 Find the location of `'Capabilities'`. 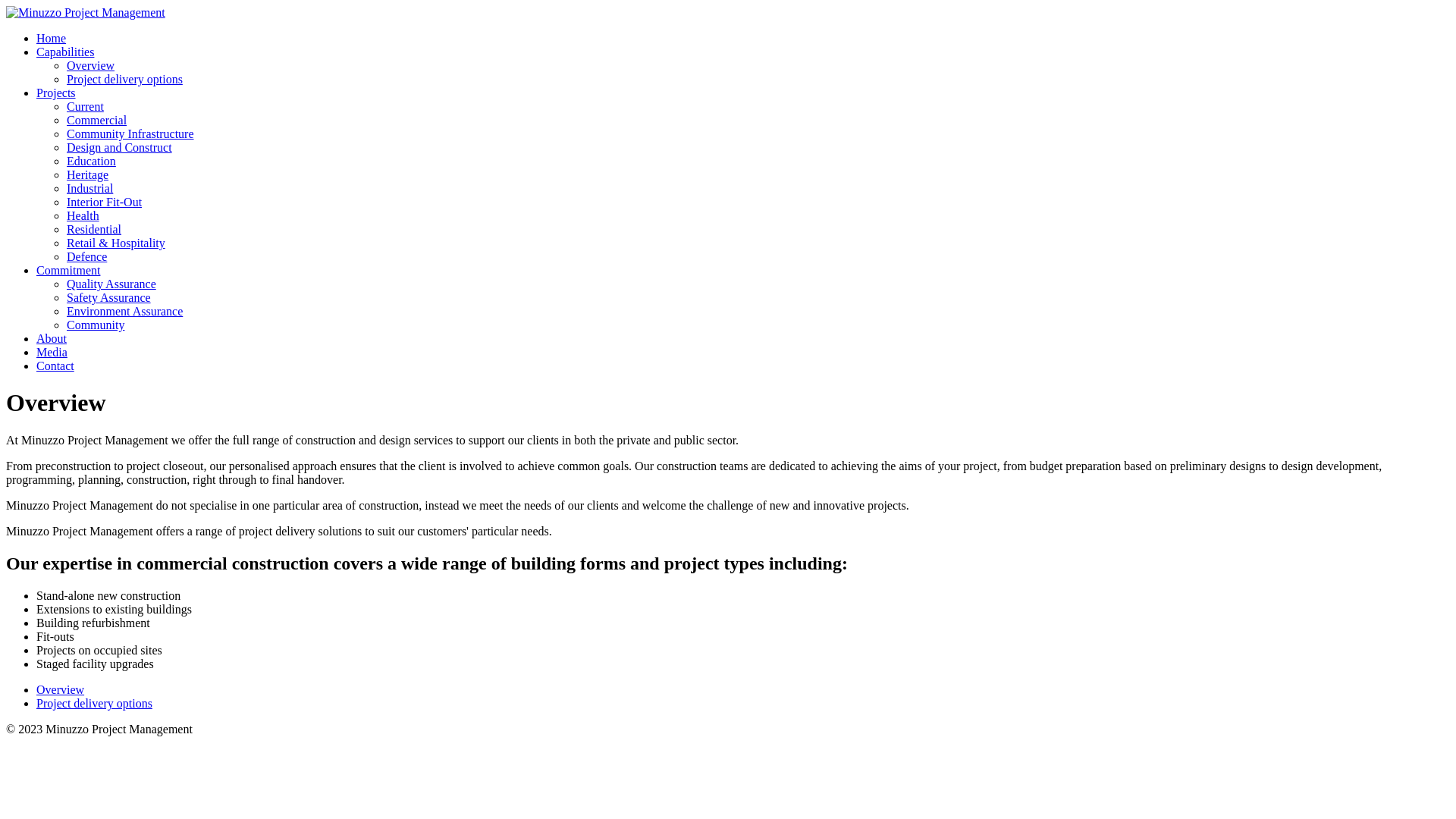

'Capabilities' is located at coordinates (64, 51).